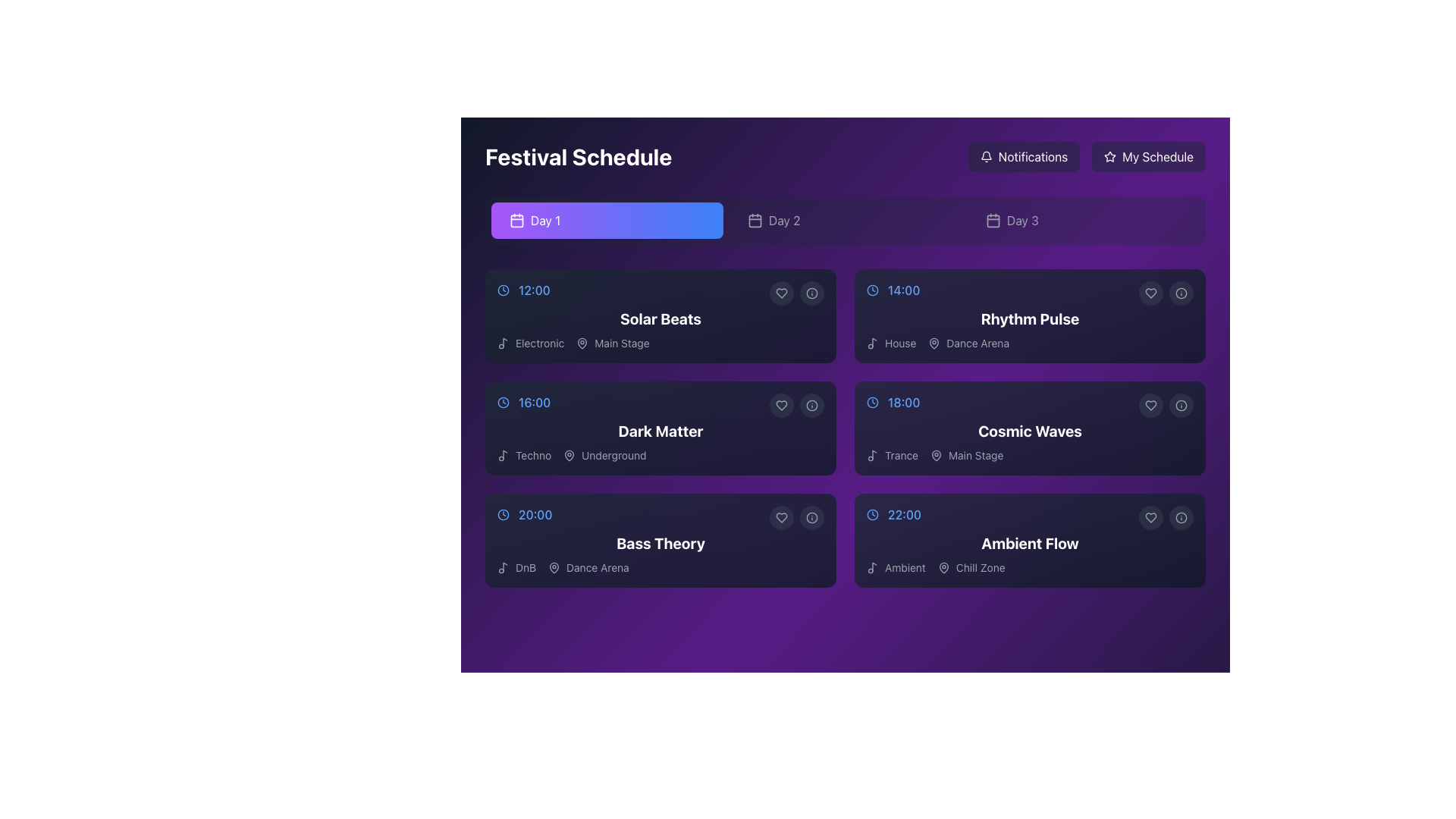  Describe the element at coordinates (516, 220) in the screenshot. I see `the calendar icon representing the date selection interface for Day 1, which is styled with a purple and blue gradient background and is positioned inside the 'Day 1' button` at that location.